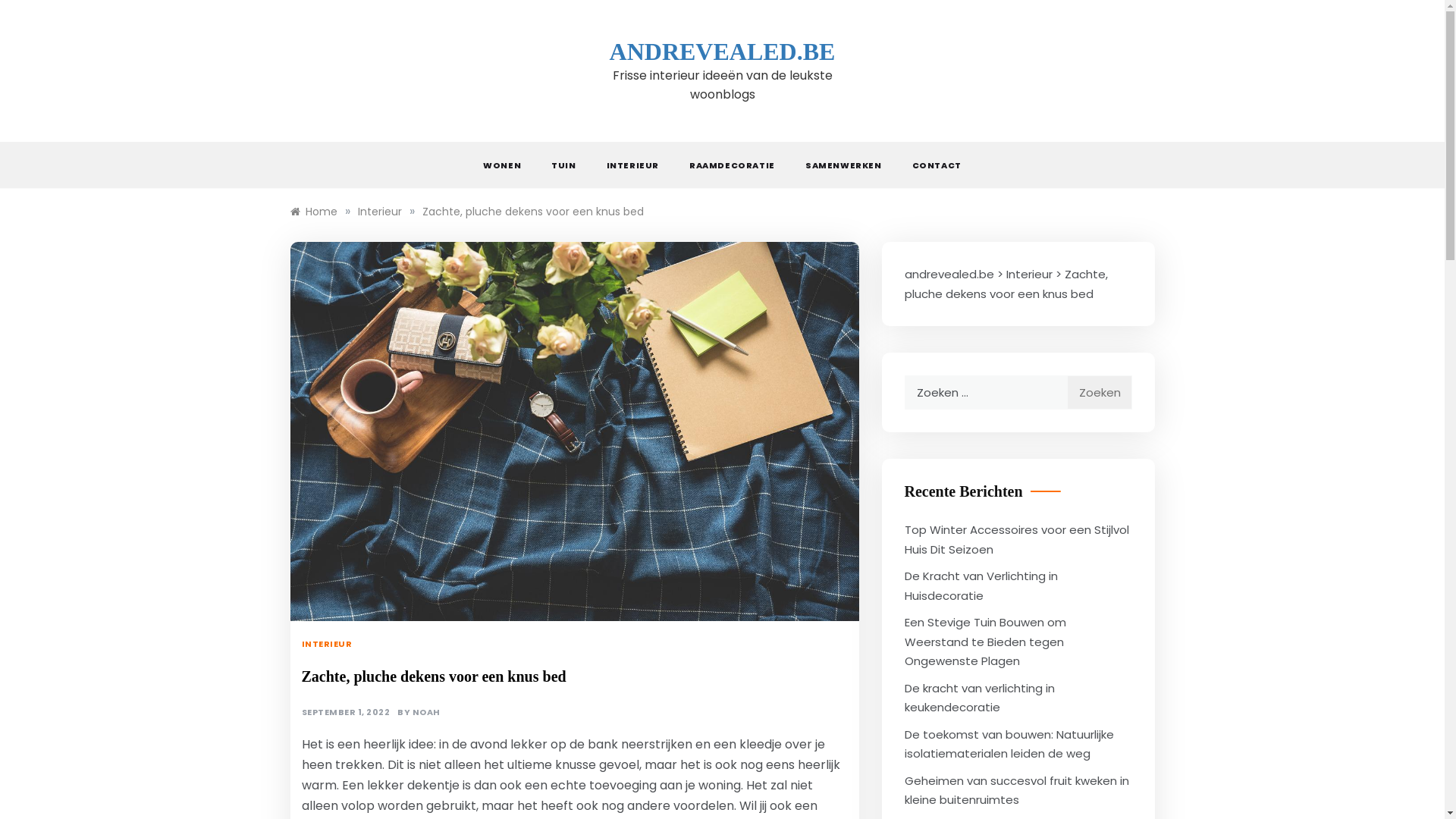 The height and width of the screenshot is (819, 1456). Describe the element at coordinates (980, 585) in the screenshot. I see `'De Kracht van Verlichting in Huisdecoratie'` at that location.